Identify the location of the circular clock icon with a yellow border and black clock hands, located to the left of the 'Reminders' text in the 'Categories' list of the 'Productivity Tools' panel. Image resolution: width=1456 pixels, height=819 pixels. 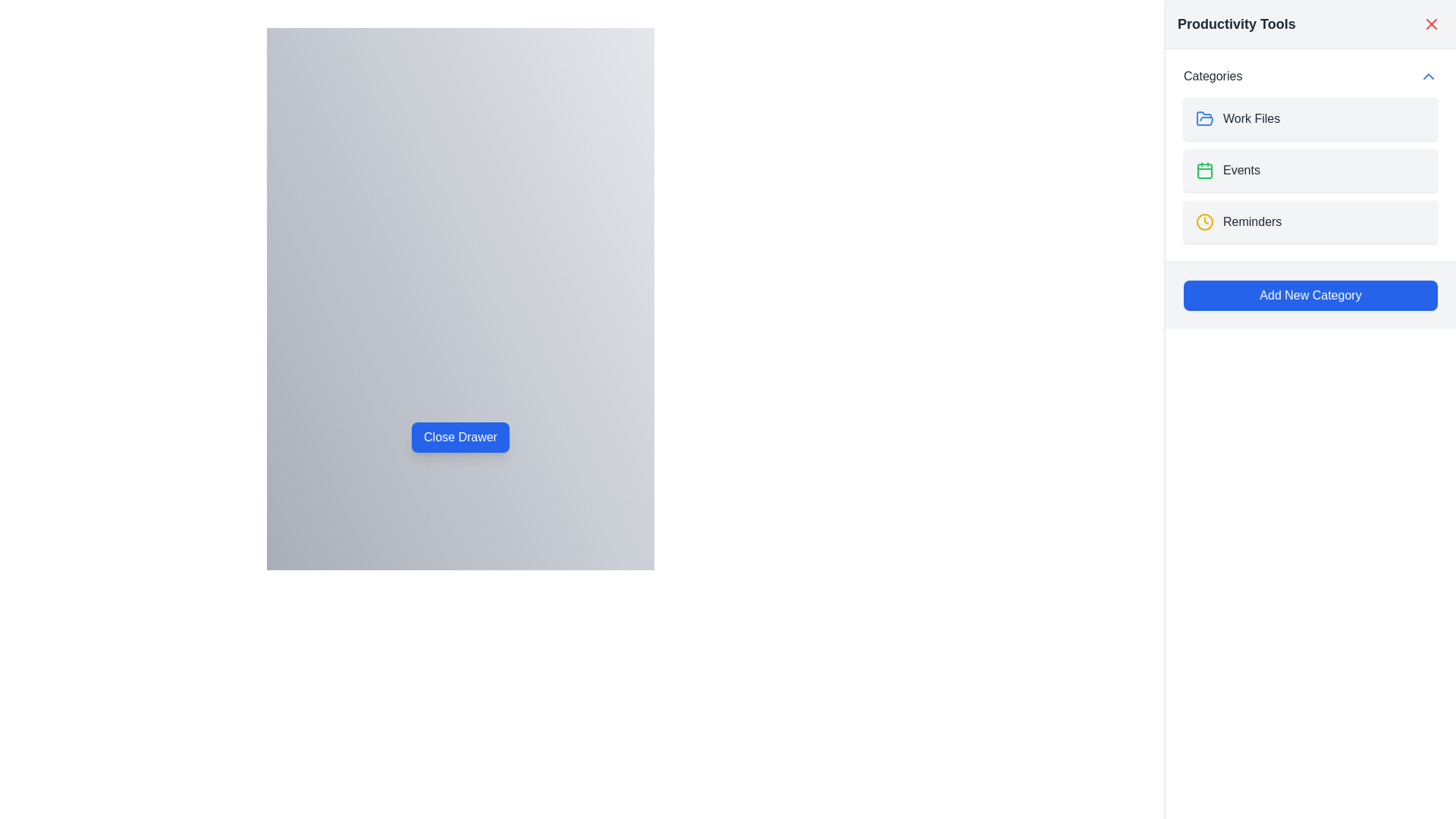
(1203, 222).